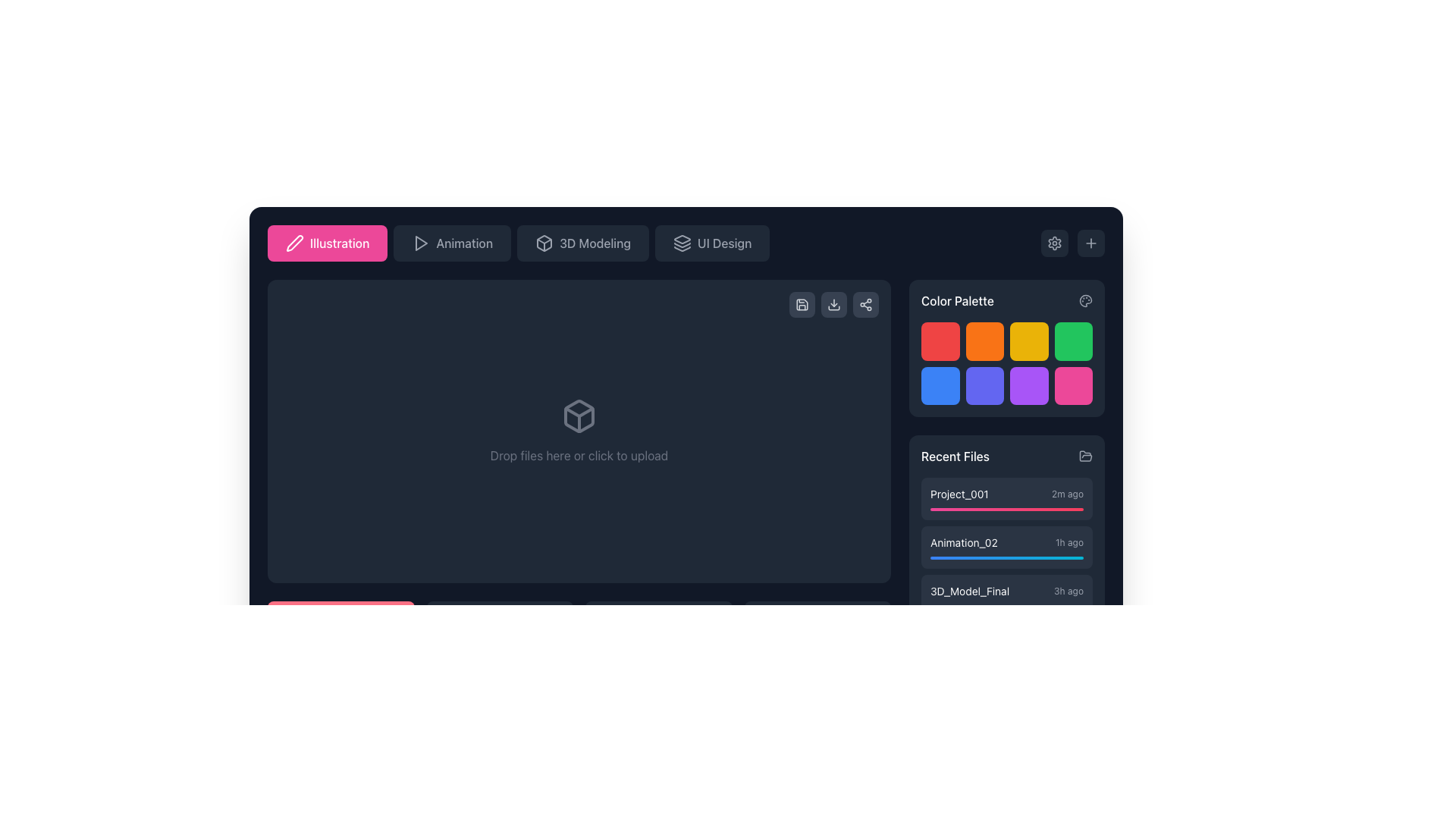 This screenshot has width=1456, height=819. I want to click on the selectable color tile with a blue background located, so click(940, 384).